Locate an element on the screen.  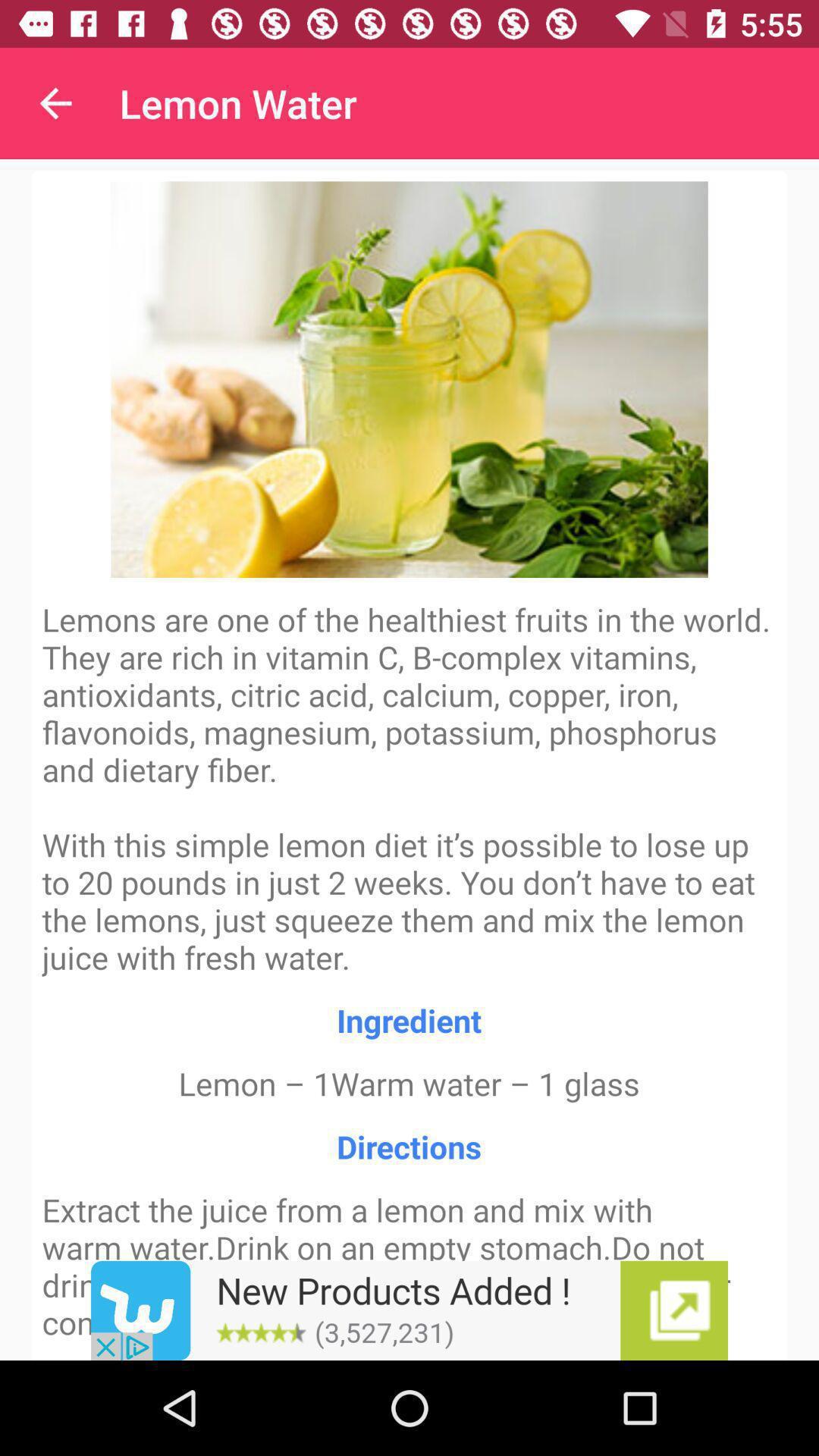
click advertisement is located at coordinates (409, 1310).